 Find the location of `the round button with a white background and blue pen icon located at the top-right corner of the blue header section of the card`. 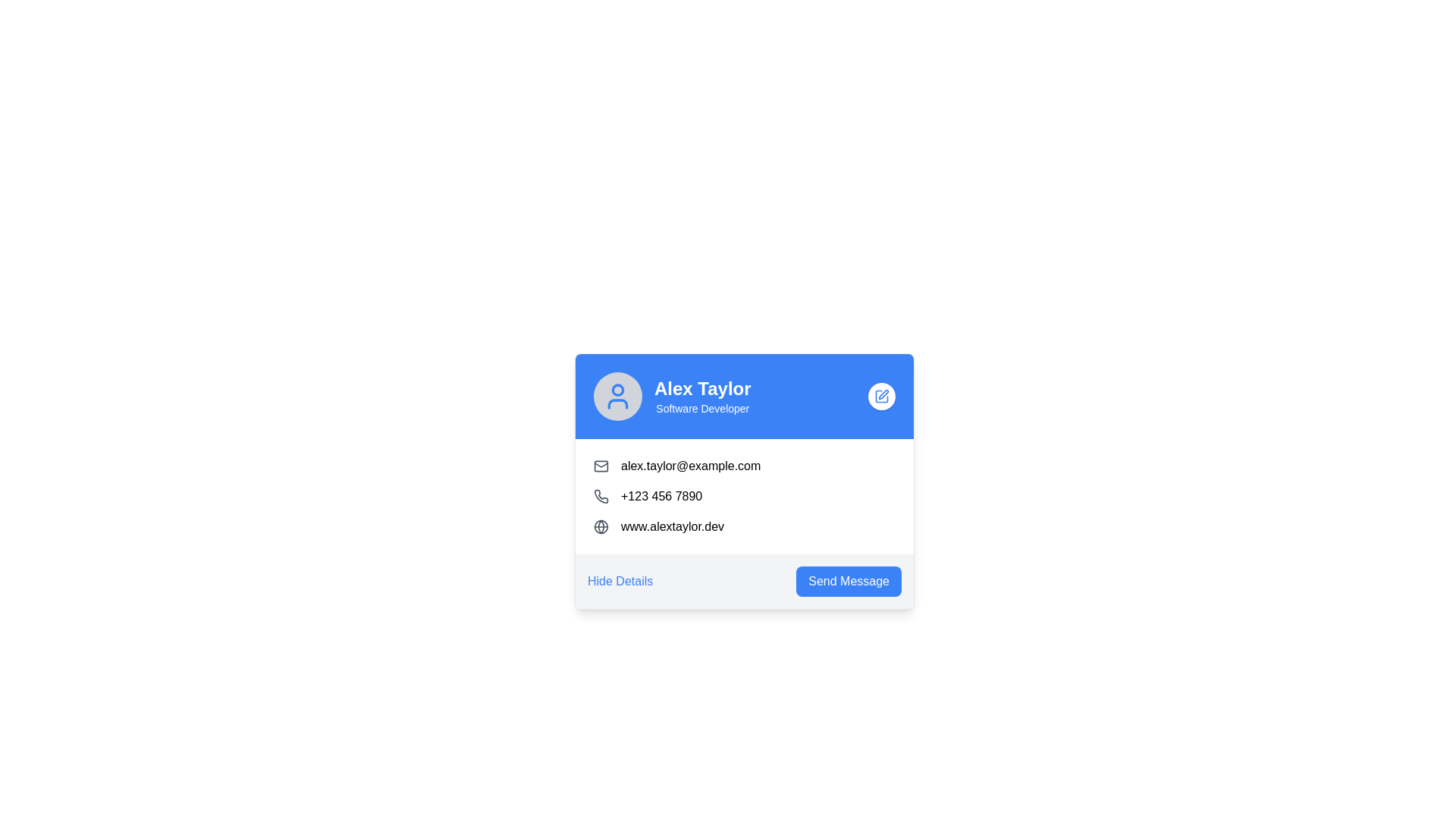

the round button with a white background and blue pen icon located at the top-right corner of the blue header section of the card is located at coordinates (881, 396).